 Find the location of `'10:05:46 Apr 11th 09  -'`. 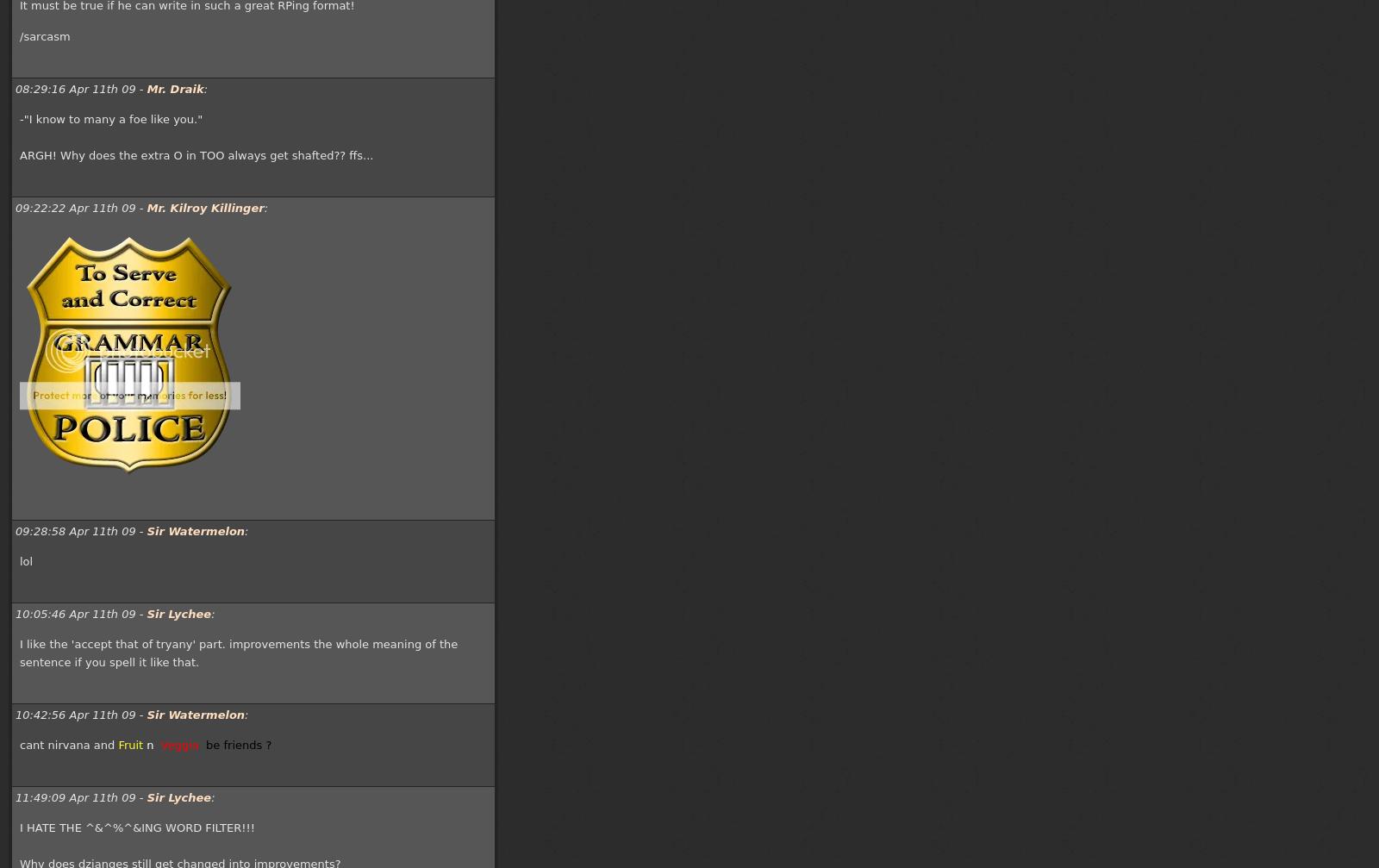

'10:05:46 Apr 11th 09  -' is located at coordinates (79, 613).